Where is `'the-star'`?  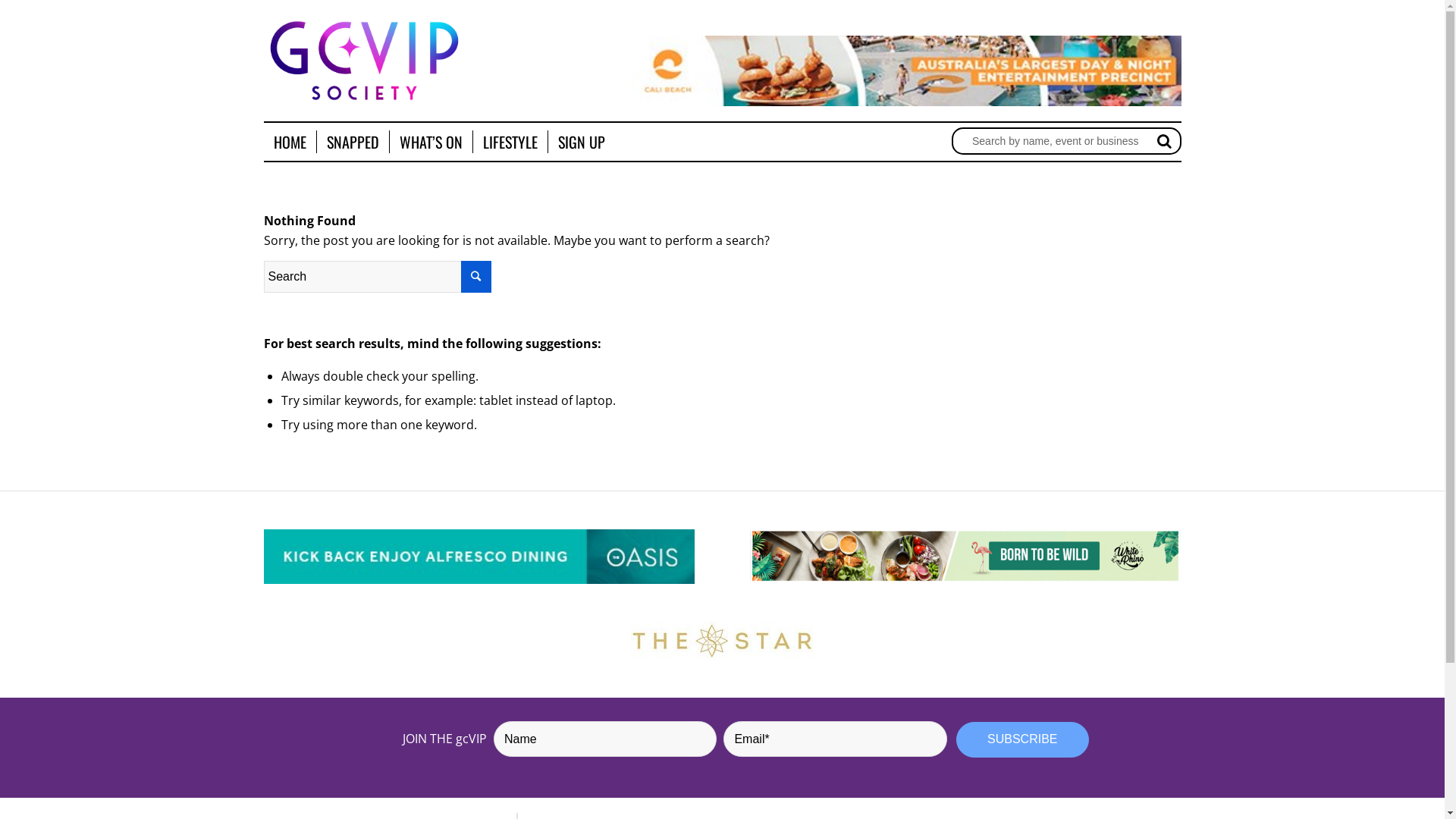
'the-star' is located at coordinates (721, 640).